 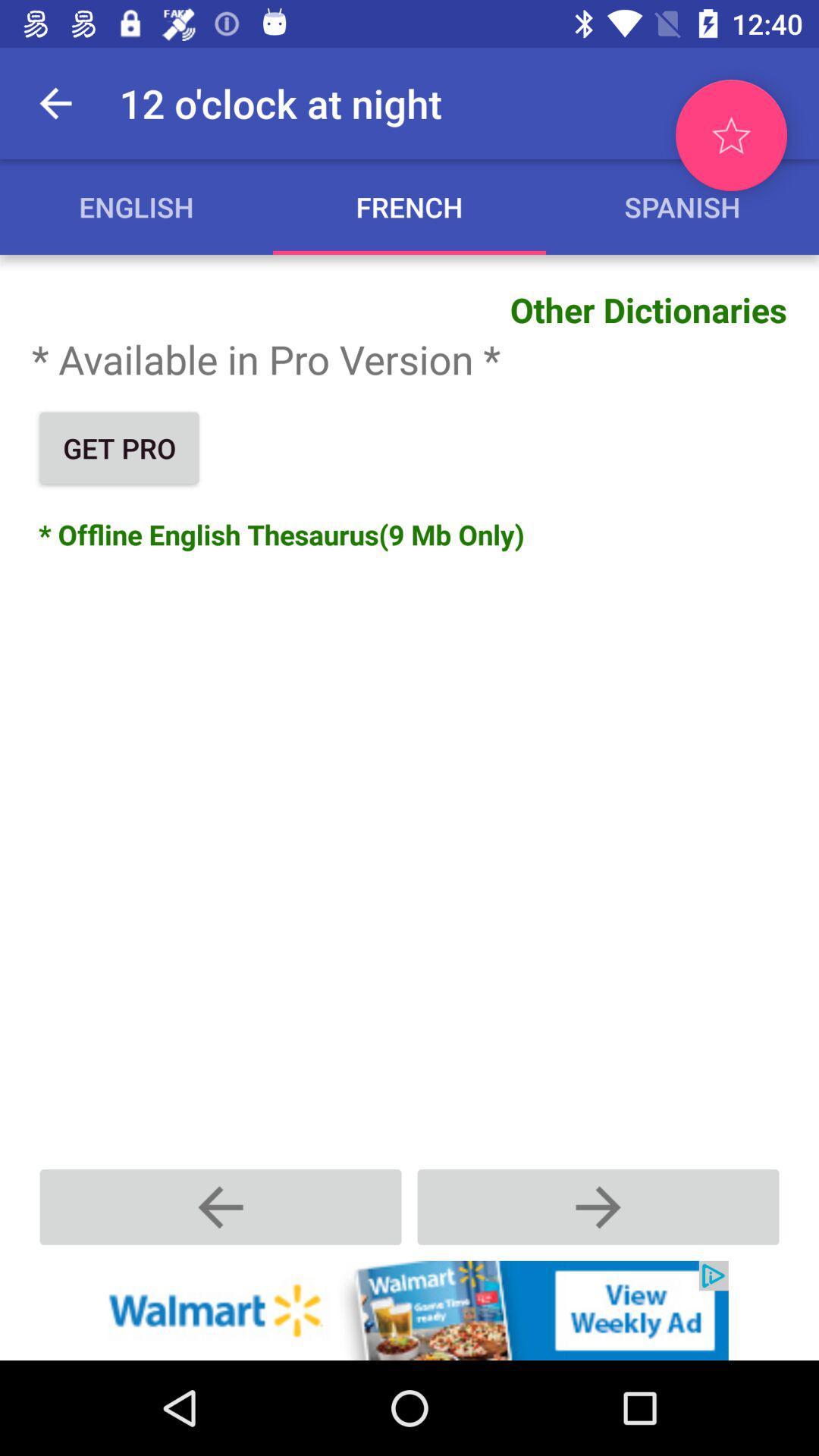 What do you see at coordinates (220, 1206) in the screenshot?
I see `previous button` at bounding box center [220, 1206].